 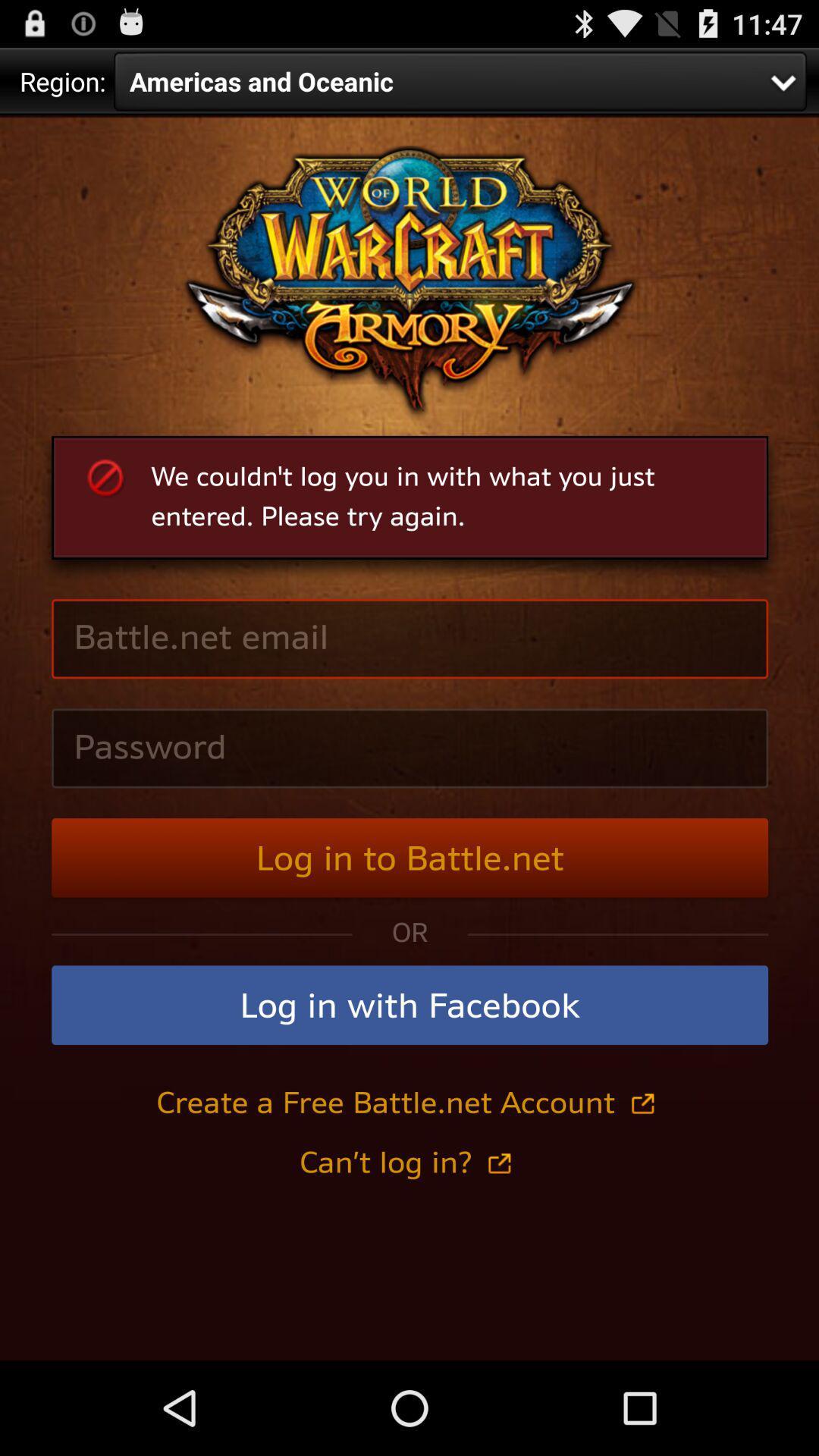 What do you see at coordinates (409, 738) in the screenshot?
I see `login page` at bounding box center [409, 738].